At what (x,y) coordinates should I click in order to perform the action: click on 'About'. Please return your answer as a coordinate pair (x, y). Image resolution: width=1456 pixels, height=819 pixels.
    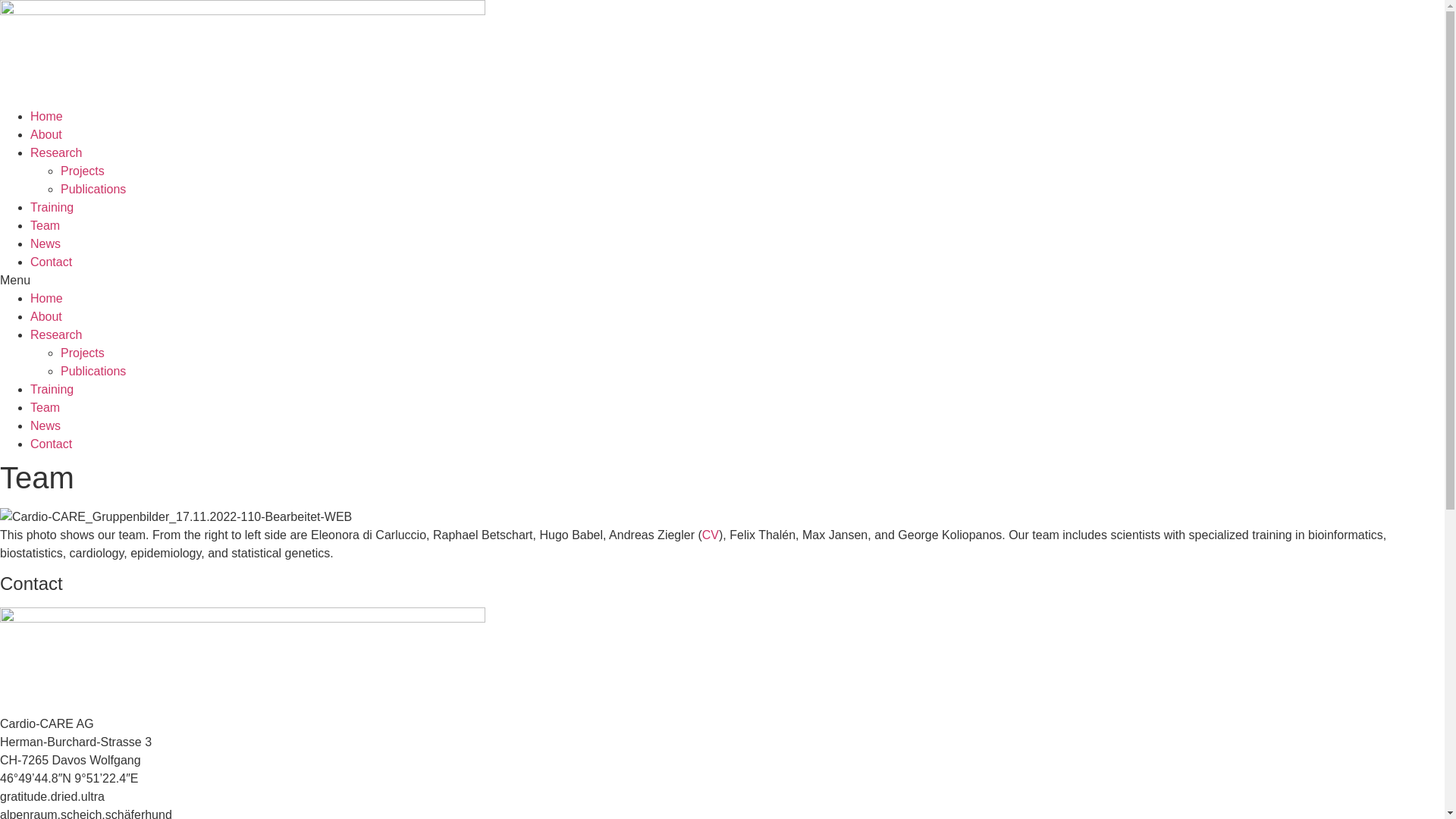
    Looking at the image, I should click on (46, 315).